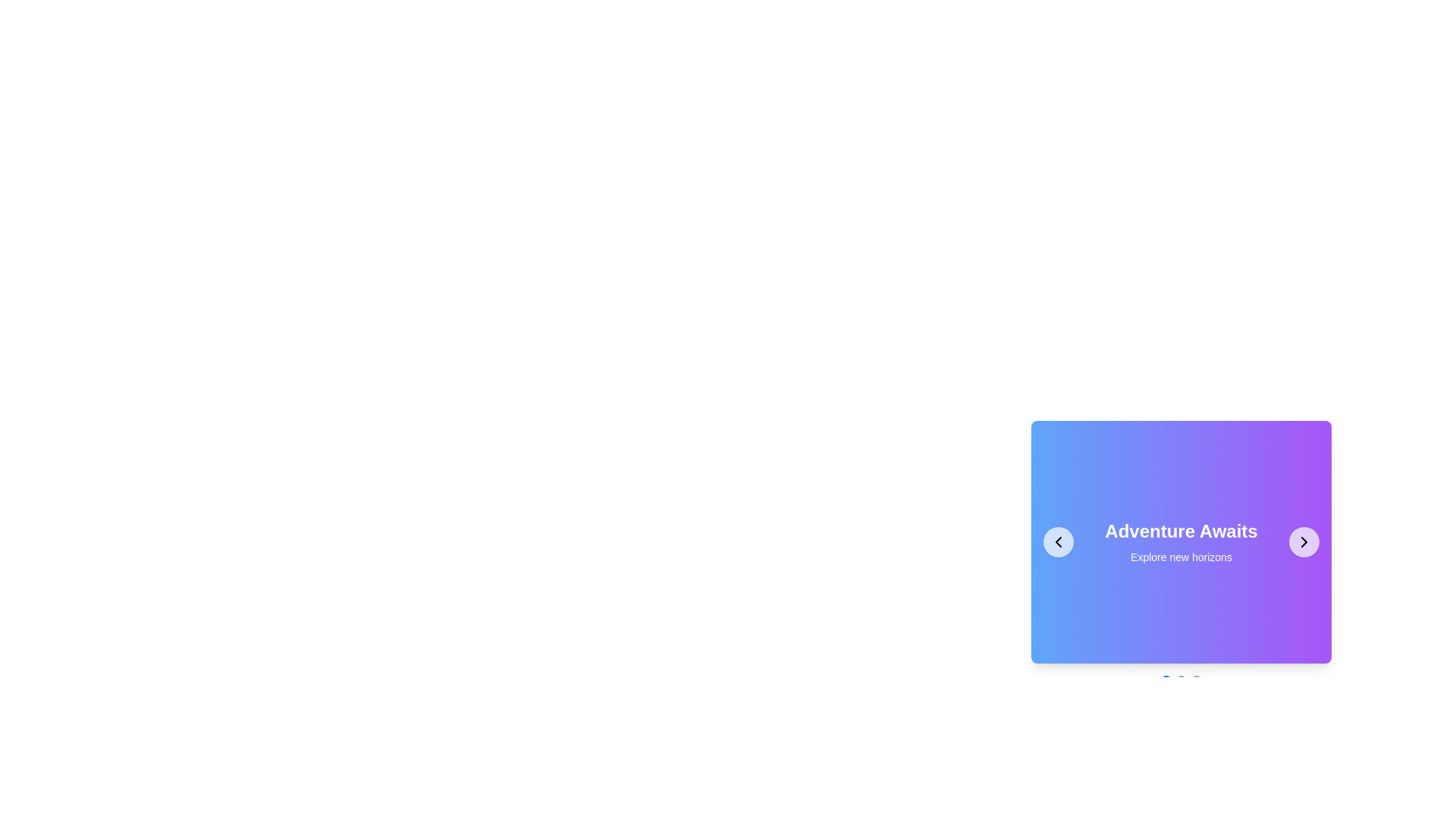  What do you see at coordinates (1181, 531) in the screenshot?
I see `the bold, large-sized text label displaying 'Adventure Awaits' in white color, which is prominently set against a gradient blue to purple background` at bounding box center [1181, 531].